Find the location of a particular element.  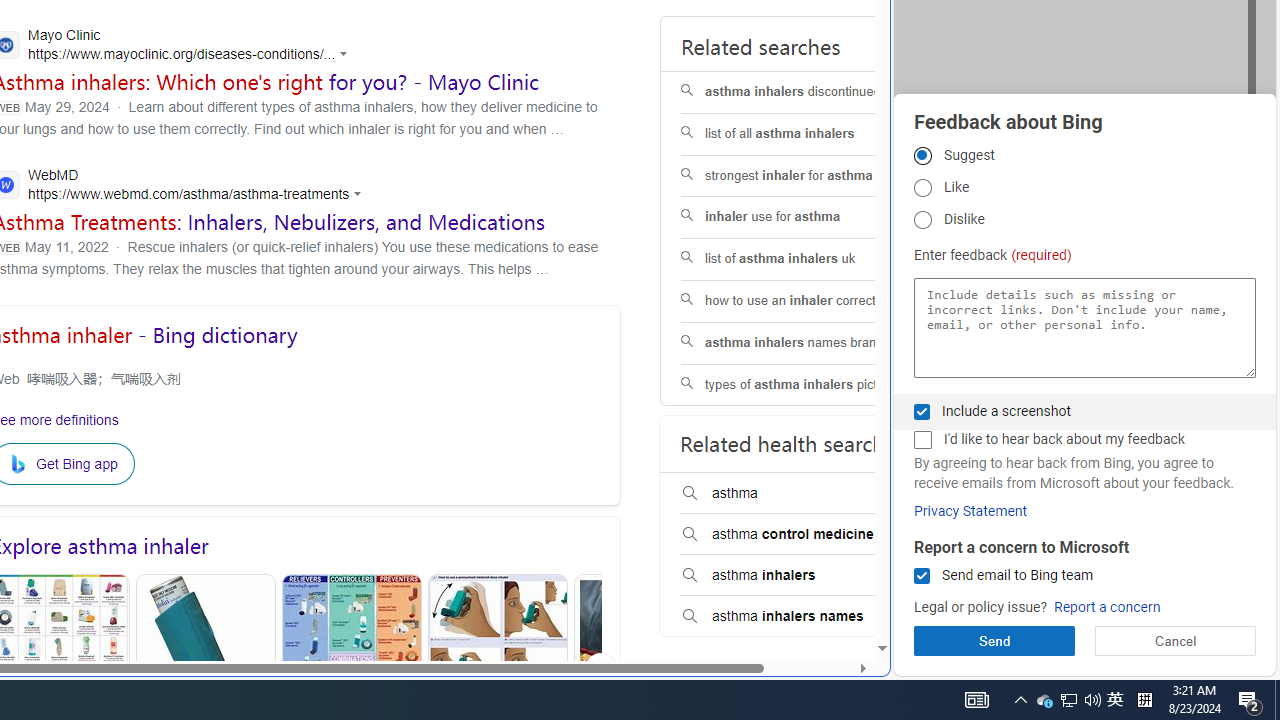

'list of all asthma inhalers' is located at coordinates (807, 133).